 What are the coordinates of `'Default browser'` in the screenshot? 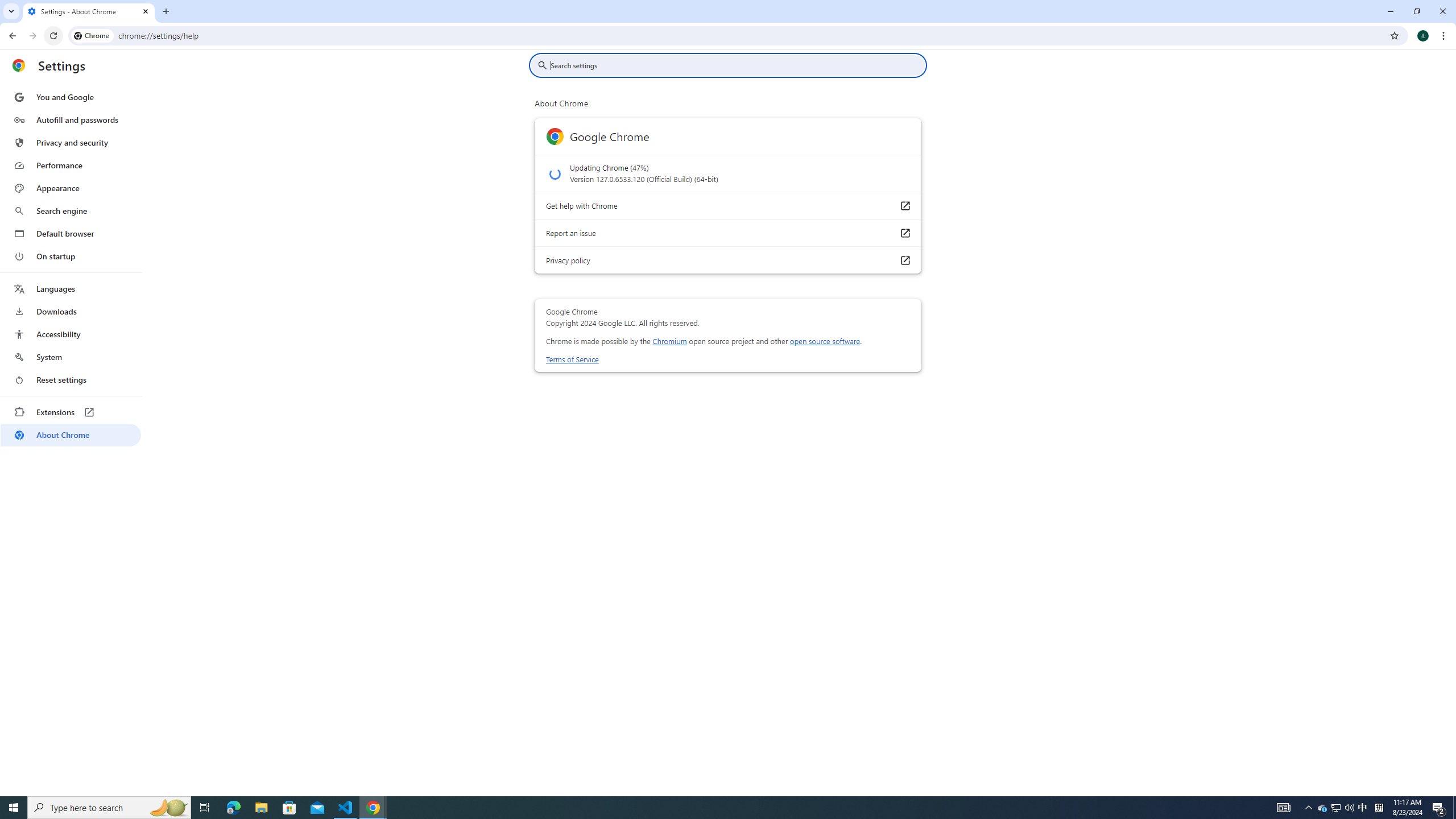 It's located at (70, 233).